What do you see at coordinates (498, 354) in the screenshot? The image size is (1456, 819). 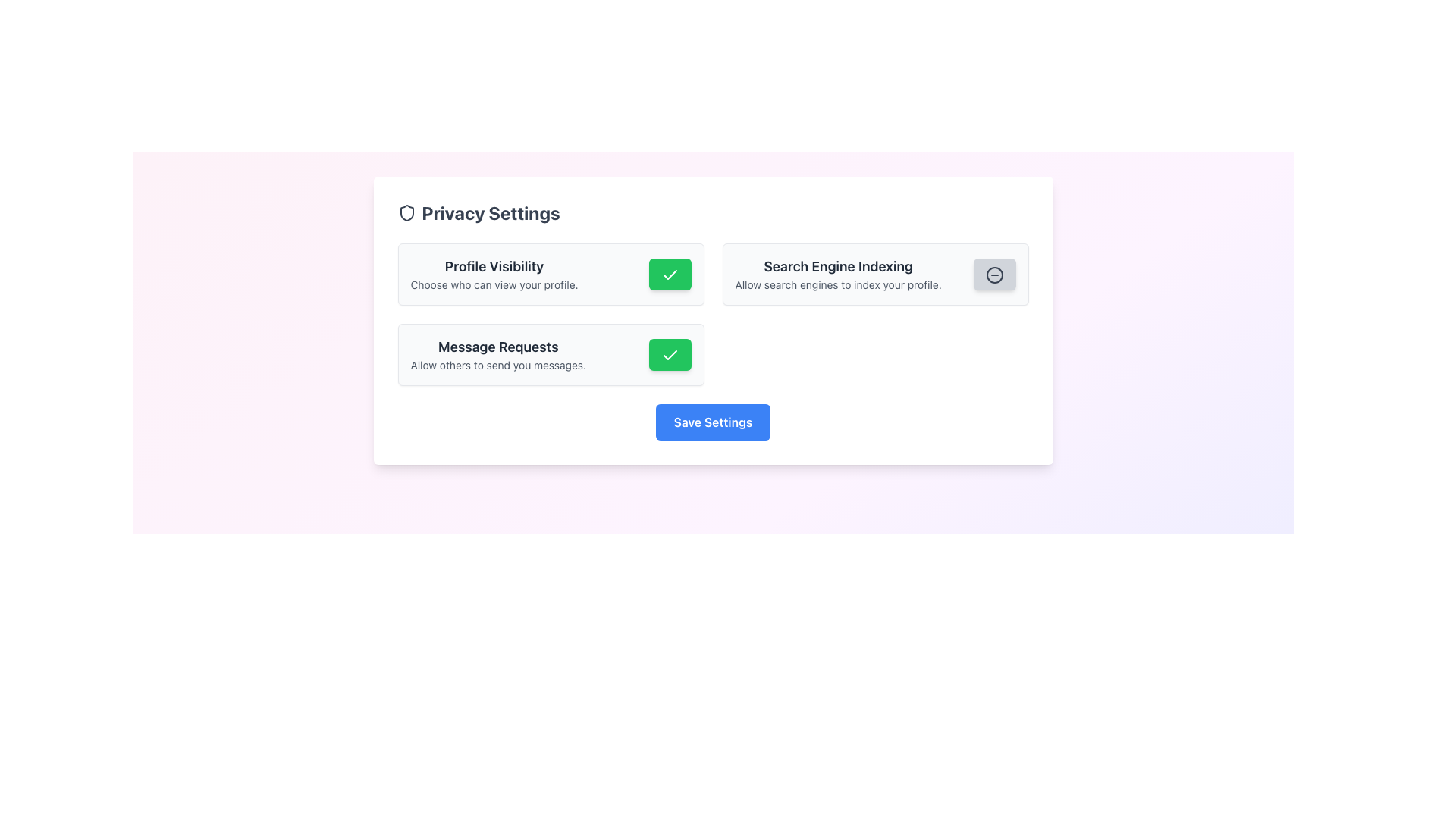 I see `the text label that explains the privacy setting related to handling message requests, located below the 'Profile Visibility' section and to the left of a green checkbox` at bounding box center [498, 354].